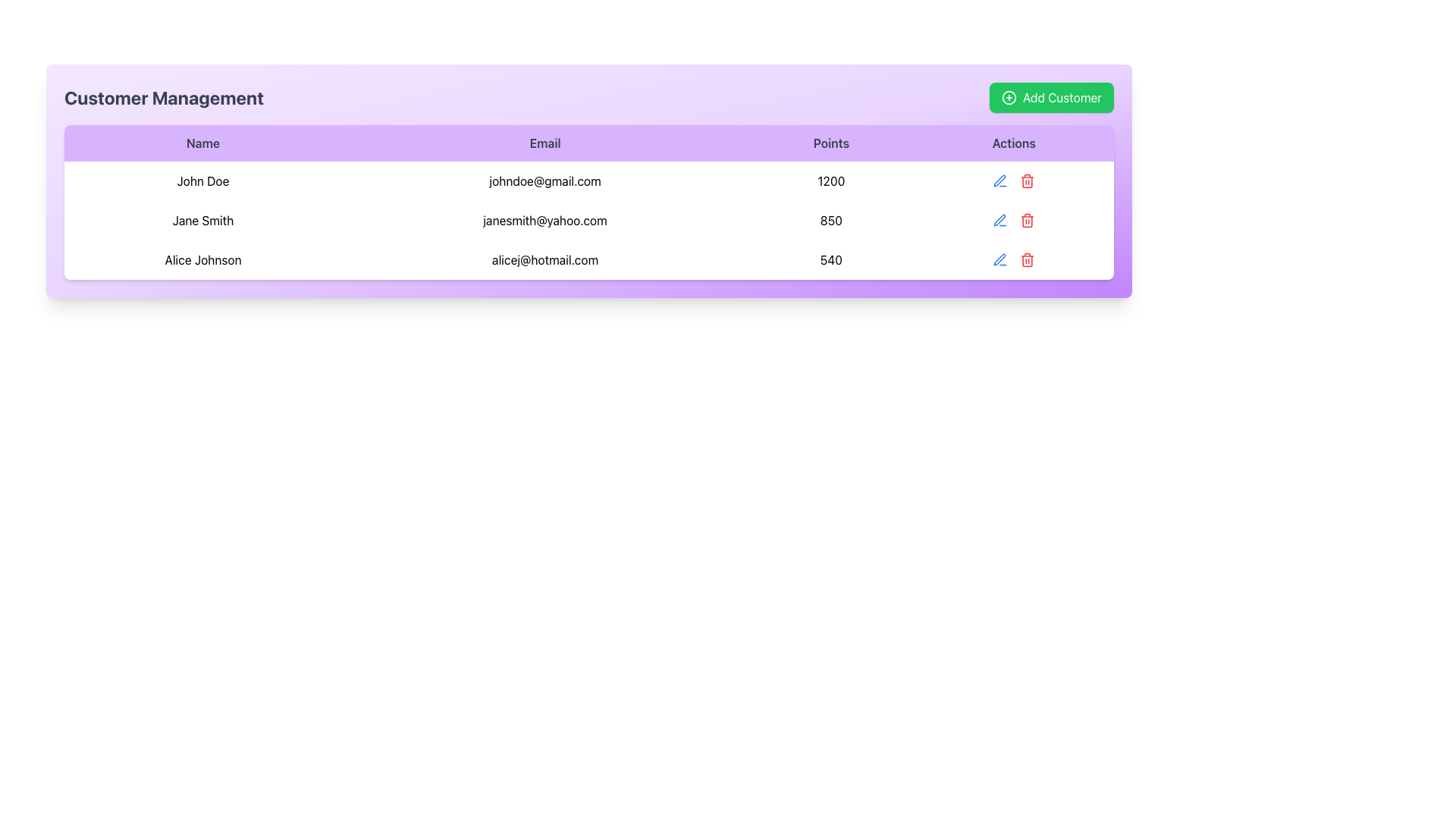  I want to click on the edit icon button (pen) in the Actions column of the third row corresponding to Alice Johnson to initiate an edit action, so click(1000, 259).